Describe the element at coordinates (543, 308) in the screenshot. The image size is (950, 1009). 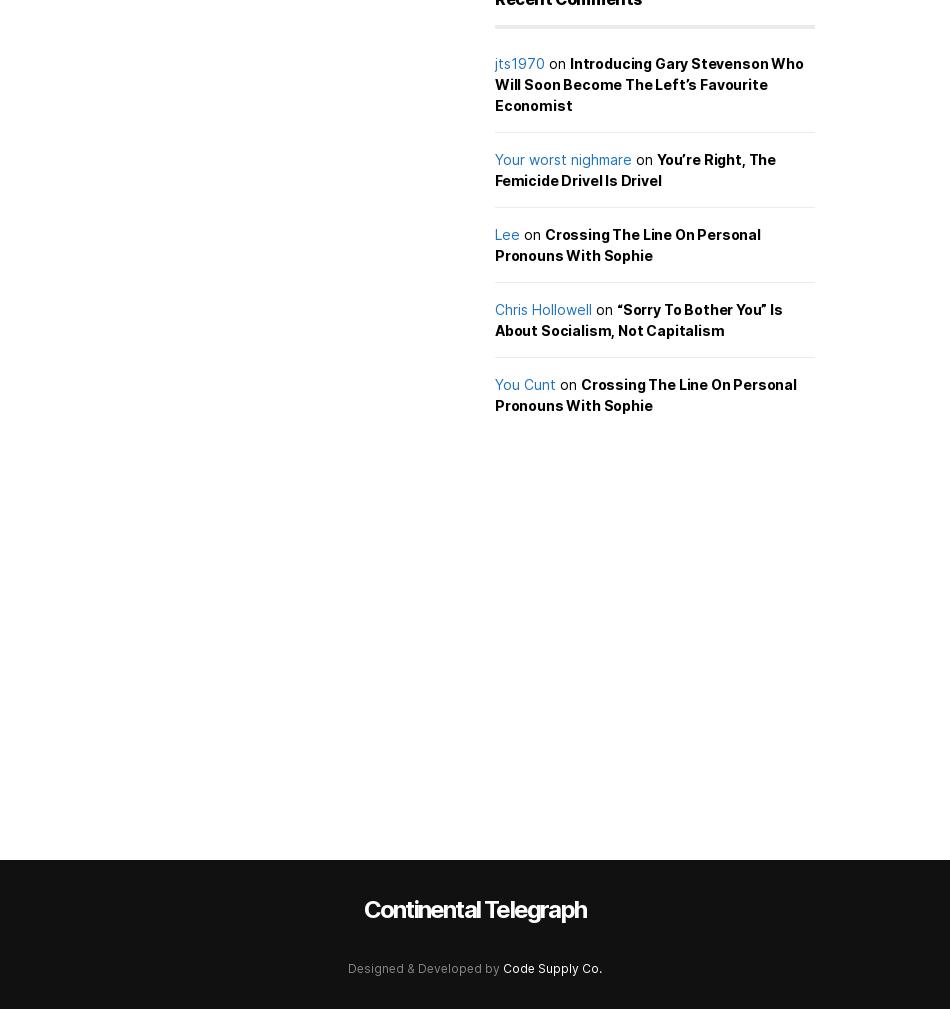
I see `'Chris Hollowell'` at that location.